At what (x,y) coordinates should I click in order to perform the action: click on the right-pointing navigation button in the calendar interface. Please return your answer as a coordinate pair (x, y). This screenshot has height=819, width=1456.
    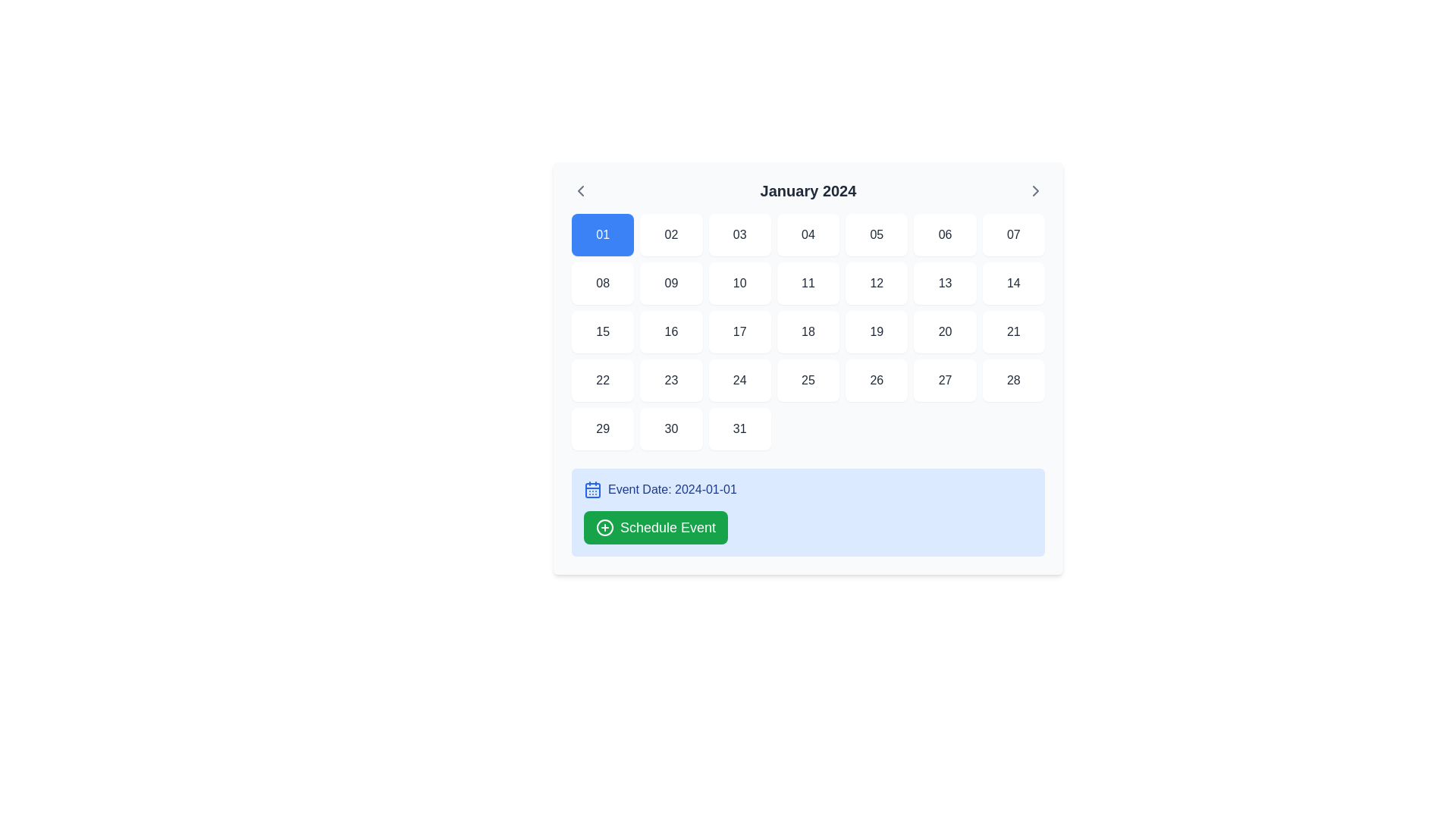
    Looking at the image, I should click on (1034, 190).